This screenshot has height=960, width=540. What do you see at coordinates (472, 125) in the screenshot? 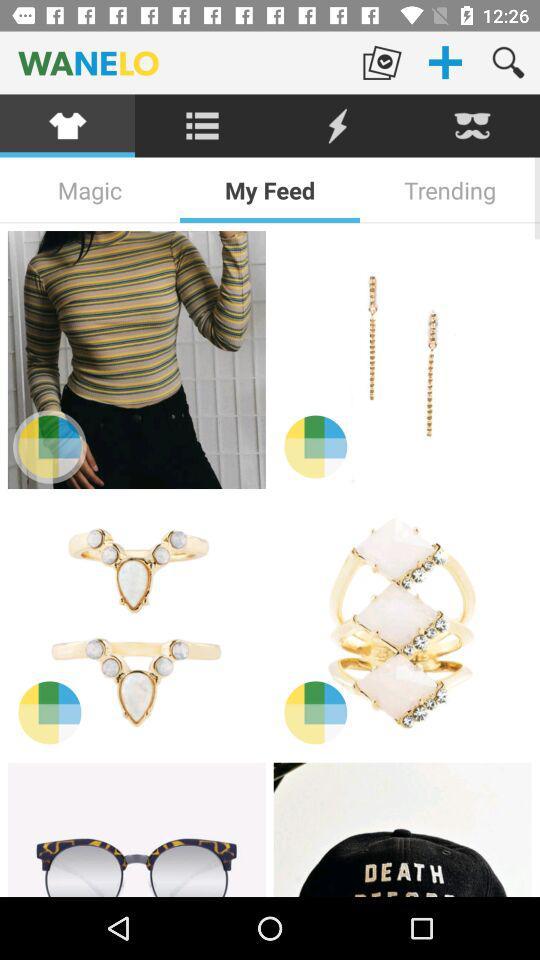
I see `face options` at bounding box center [472, 125].